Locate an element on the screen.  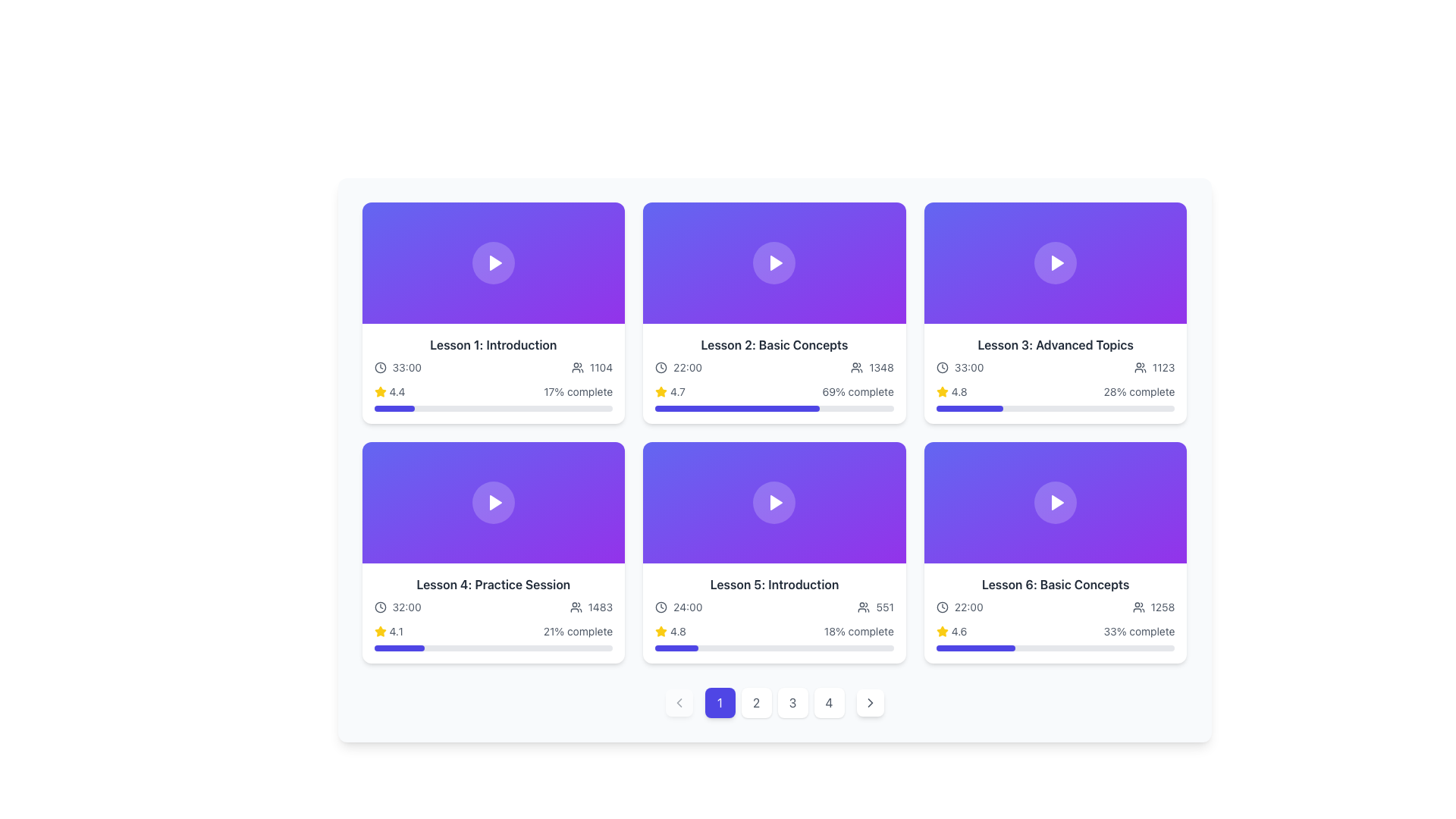
the star icon representing the rating score of '4.6' located at the bottom right of the 'Lesson 6: Basic Concepts' card is located at coordinates (941, 632).